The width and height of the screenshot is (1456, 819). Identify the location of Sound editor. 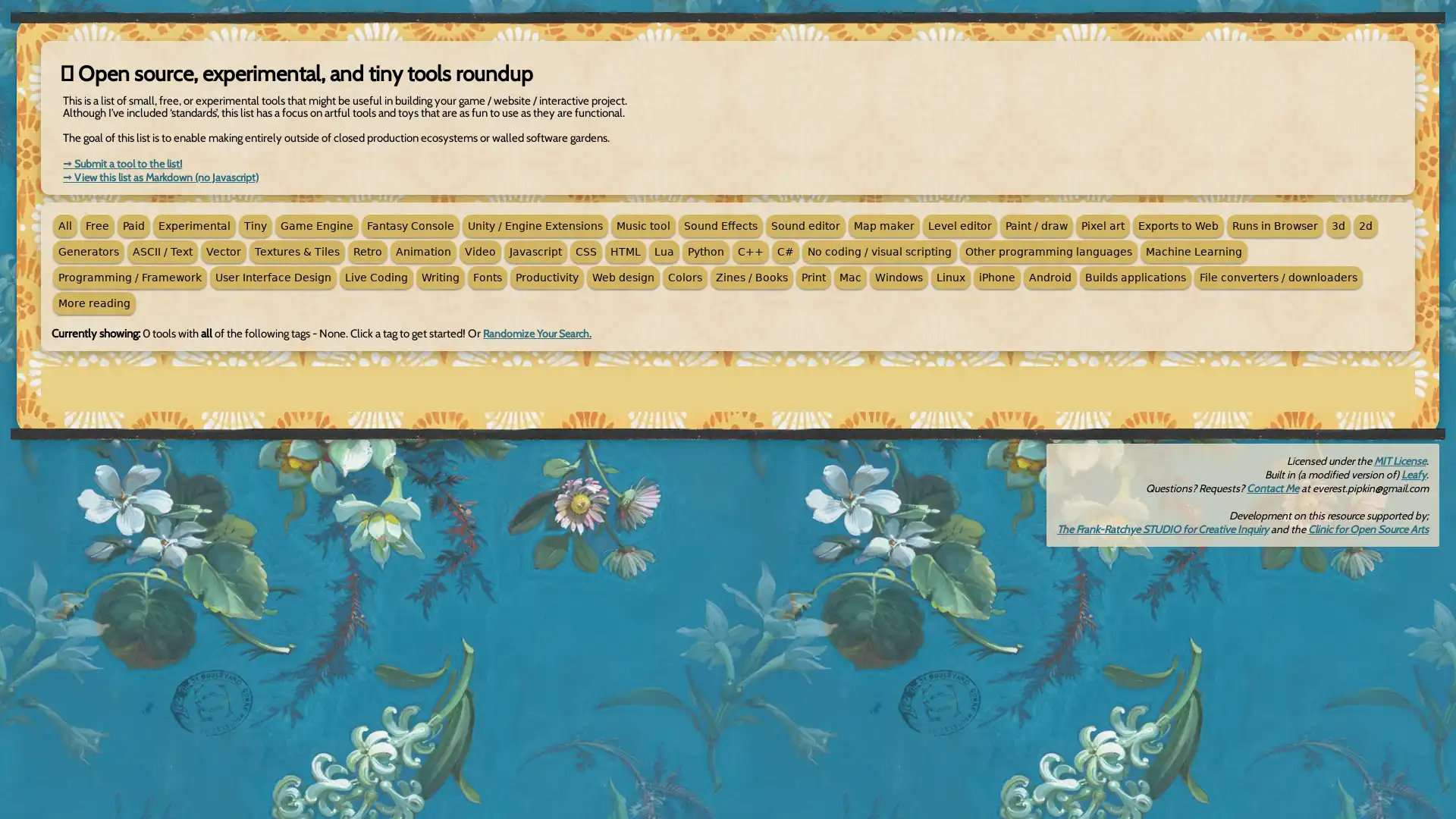
(805, 225).